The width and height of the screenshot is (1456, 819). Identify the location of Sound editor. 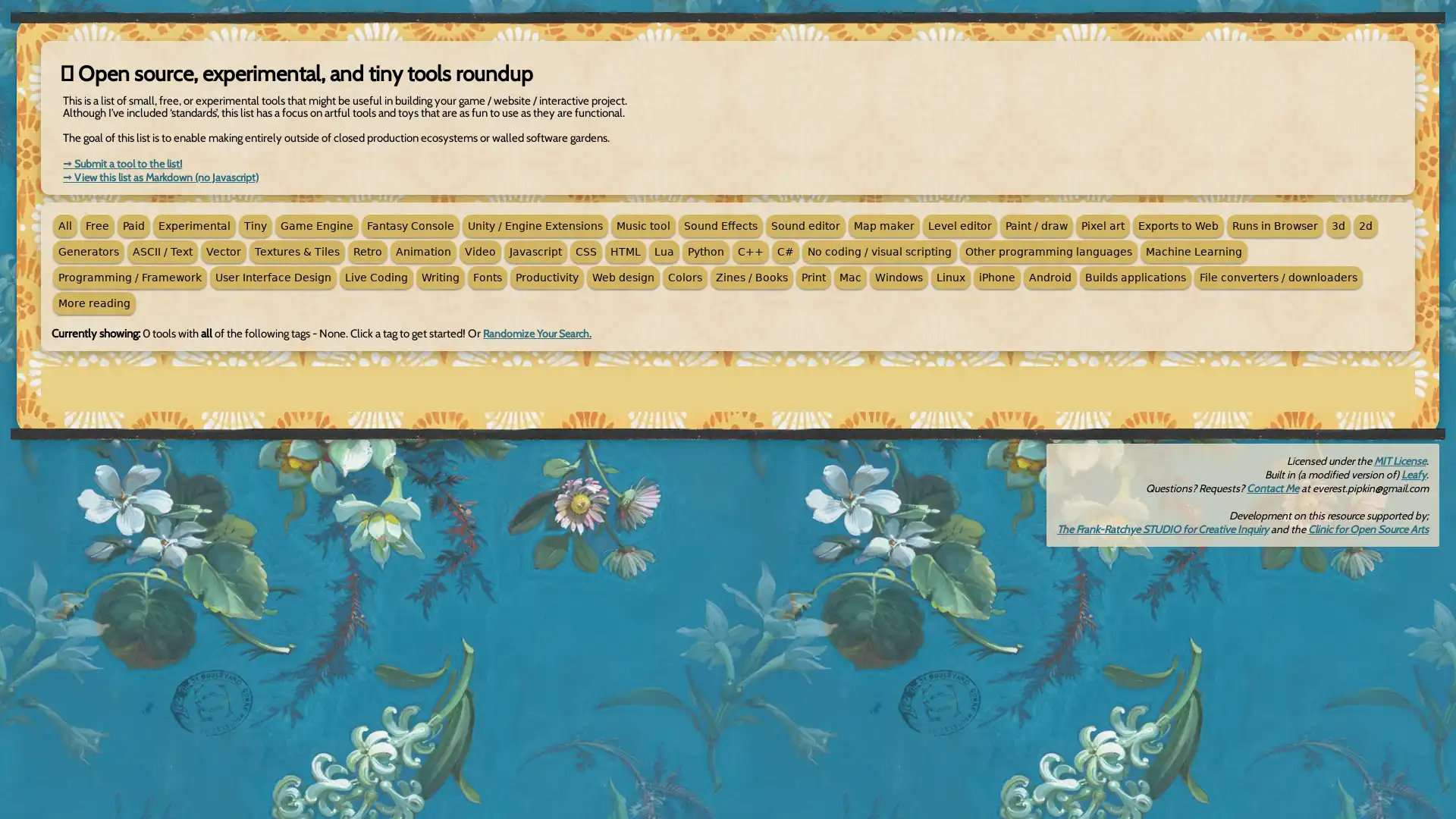
(805, 225).